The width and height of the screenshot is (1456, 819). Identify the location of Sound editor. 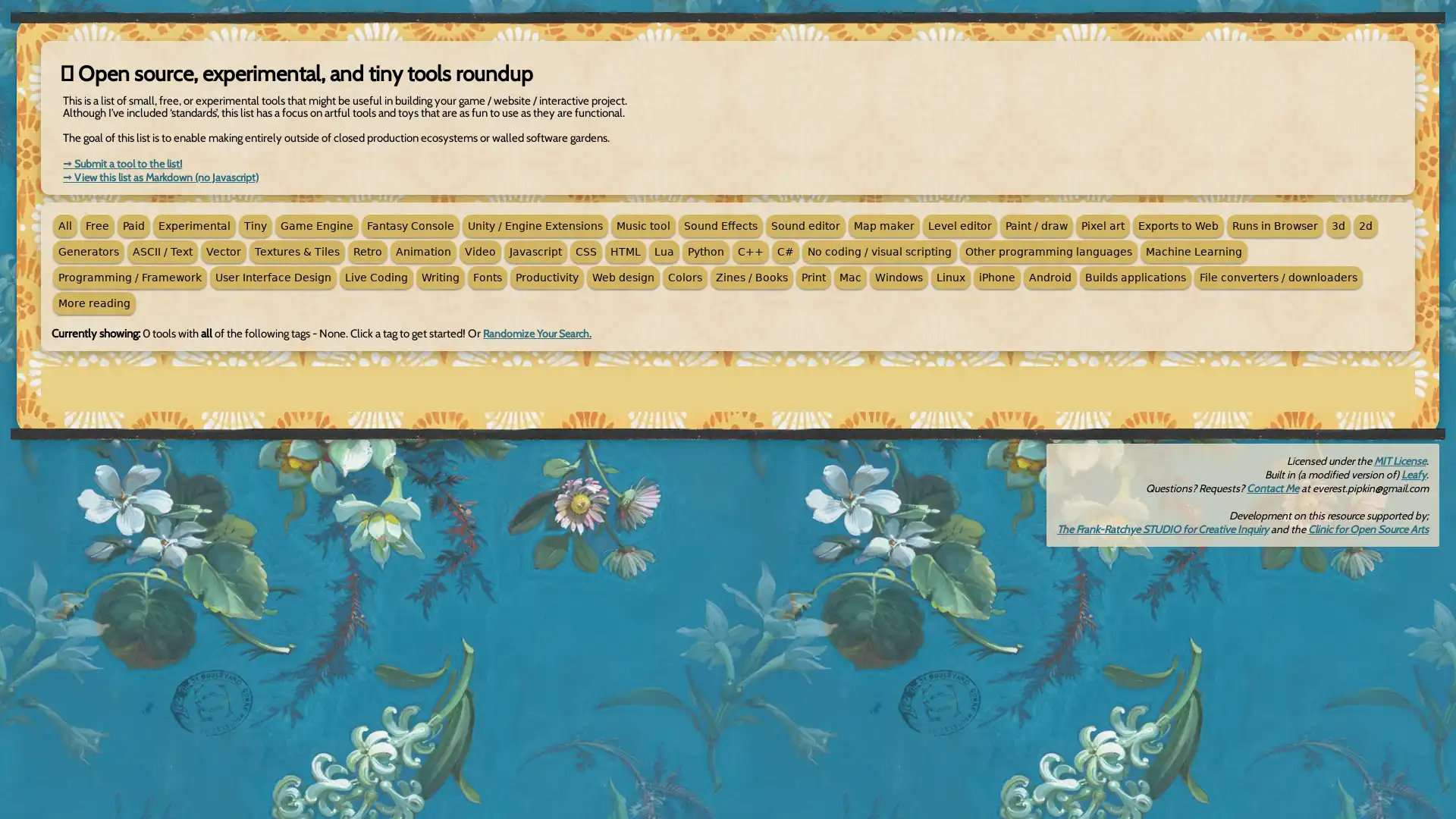
(805, 225).